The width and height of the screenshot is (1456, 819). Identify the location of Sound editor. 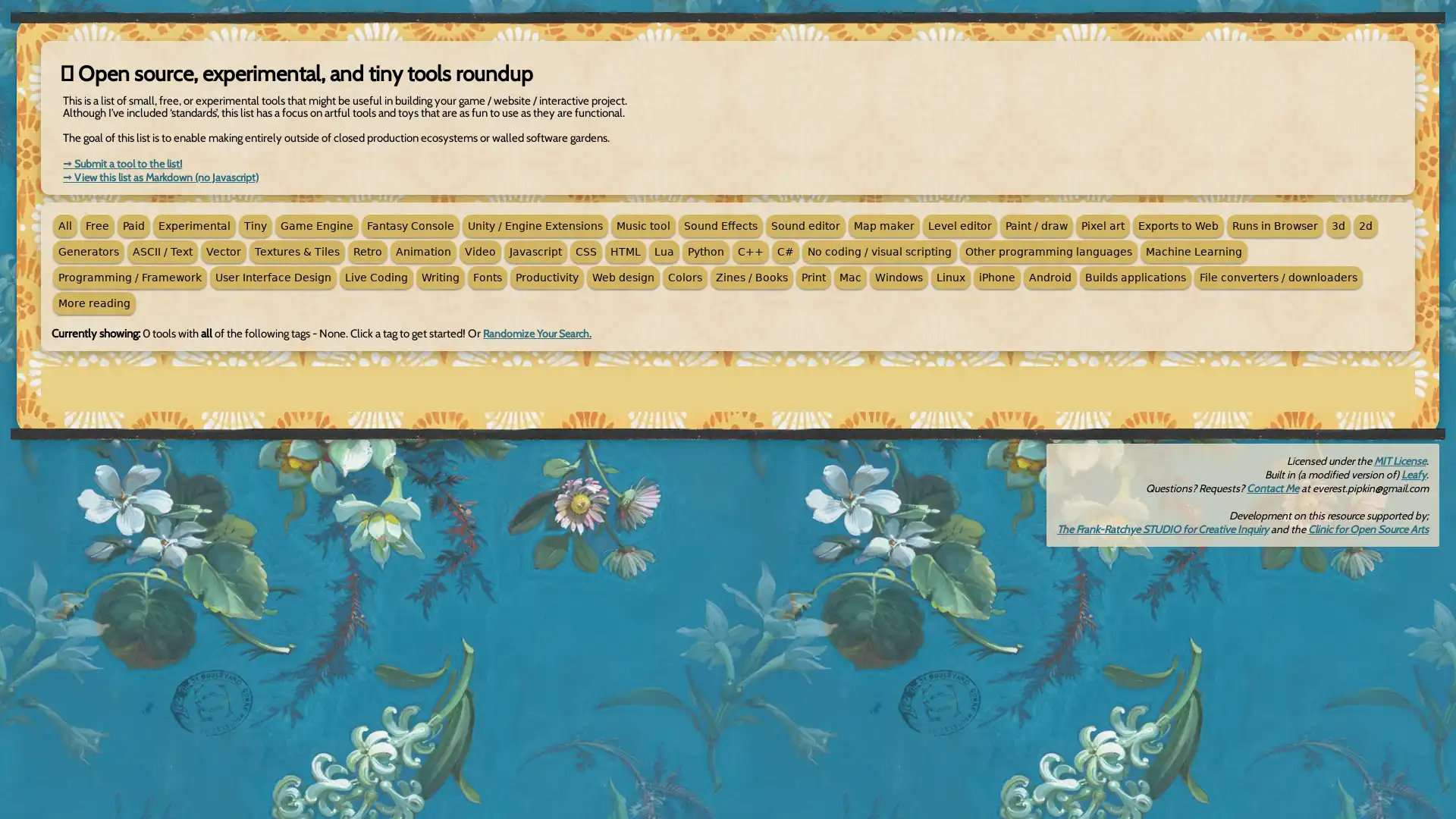
(805, 225).